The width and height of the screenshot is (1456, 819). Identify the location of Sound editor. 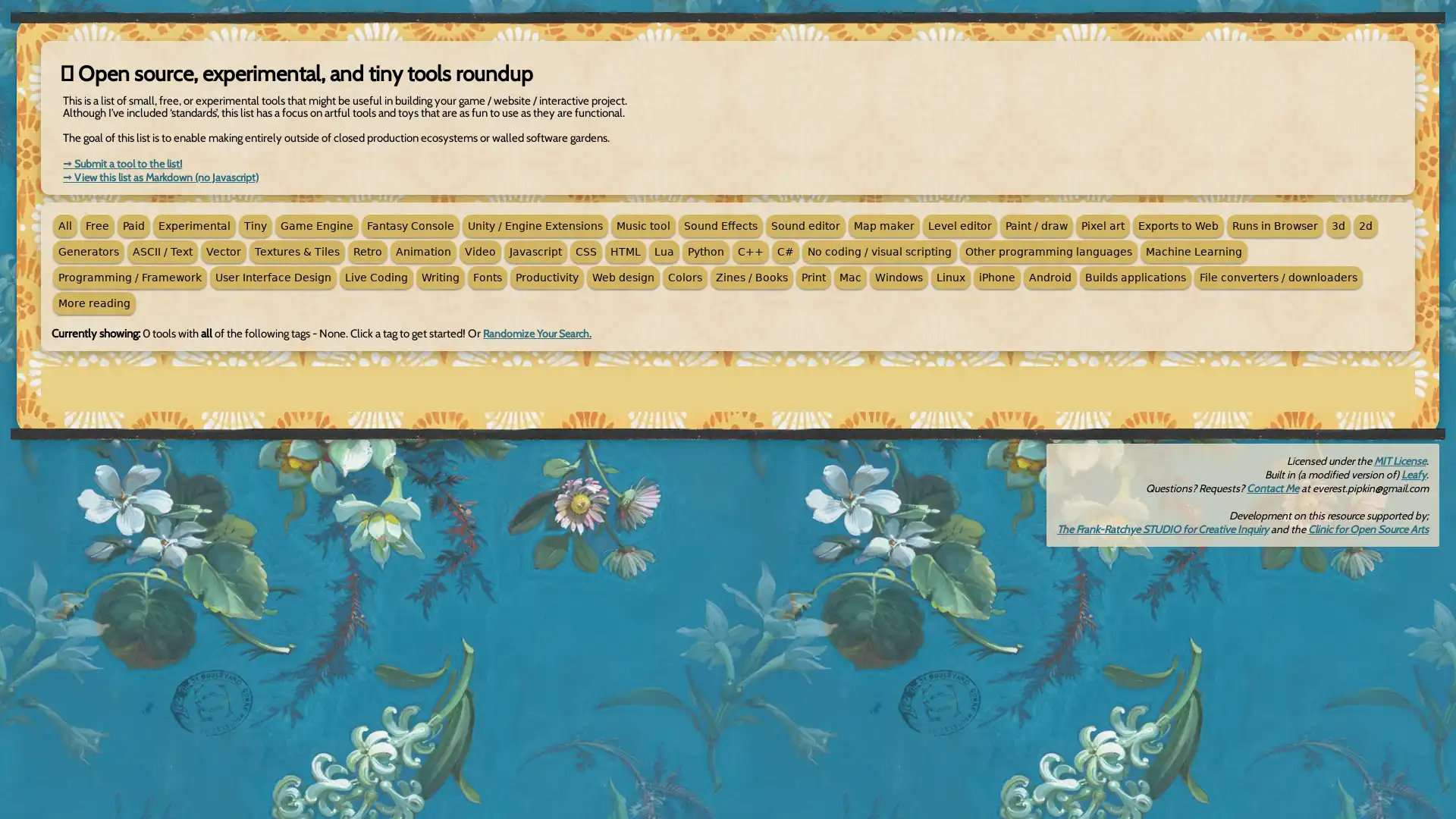
(805, 225).